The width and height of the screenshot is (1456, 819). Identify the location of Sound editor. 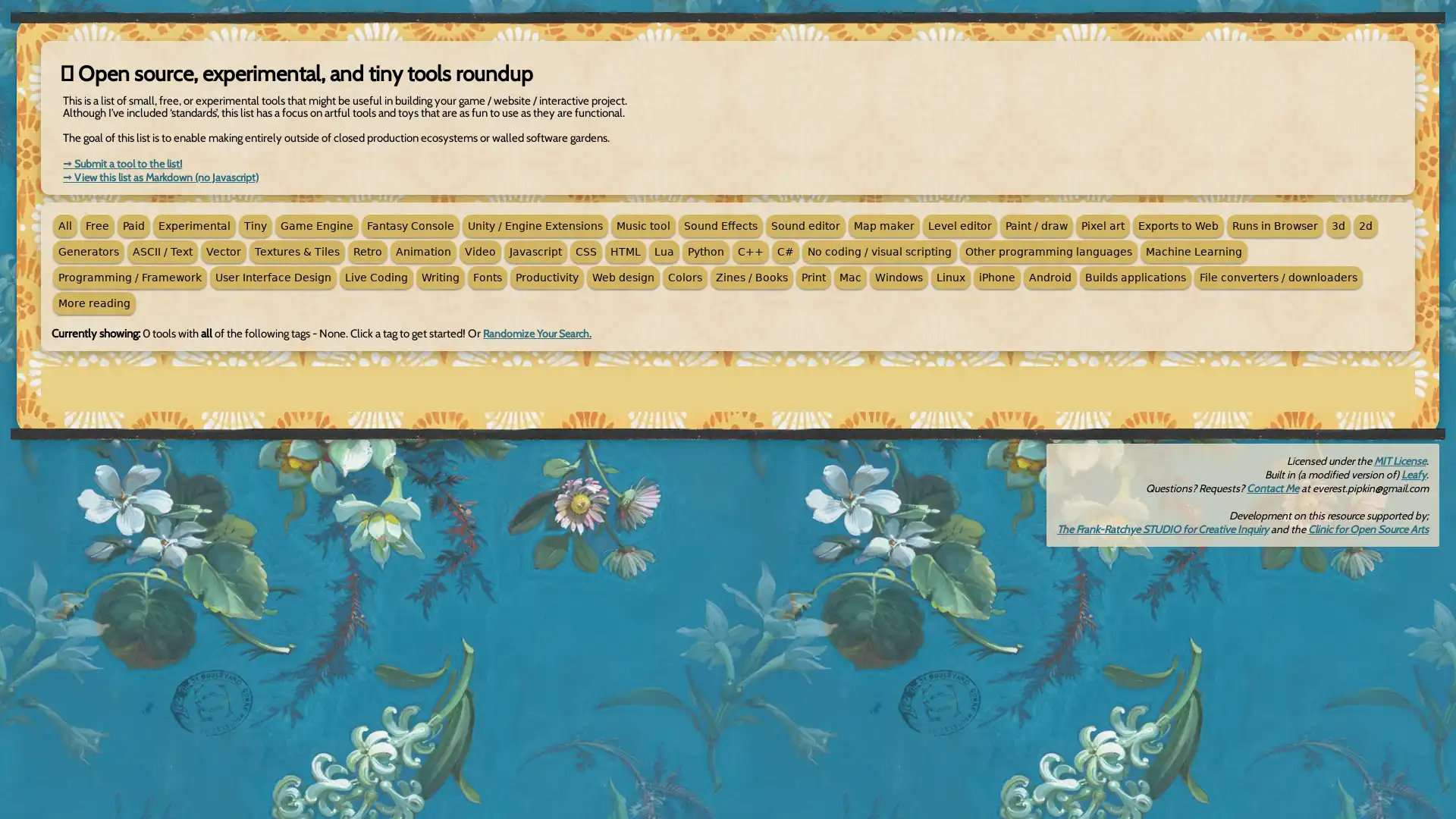
(805, 225).